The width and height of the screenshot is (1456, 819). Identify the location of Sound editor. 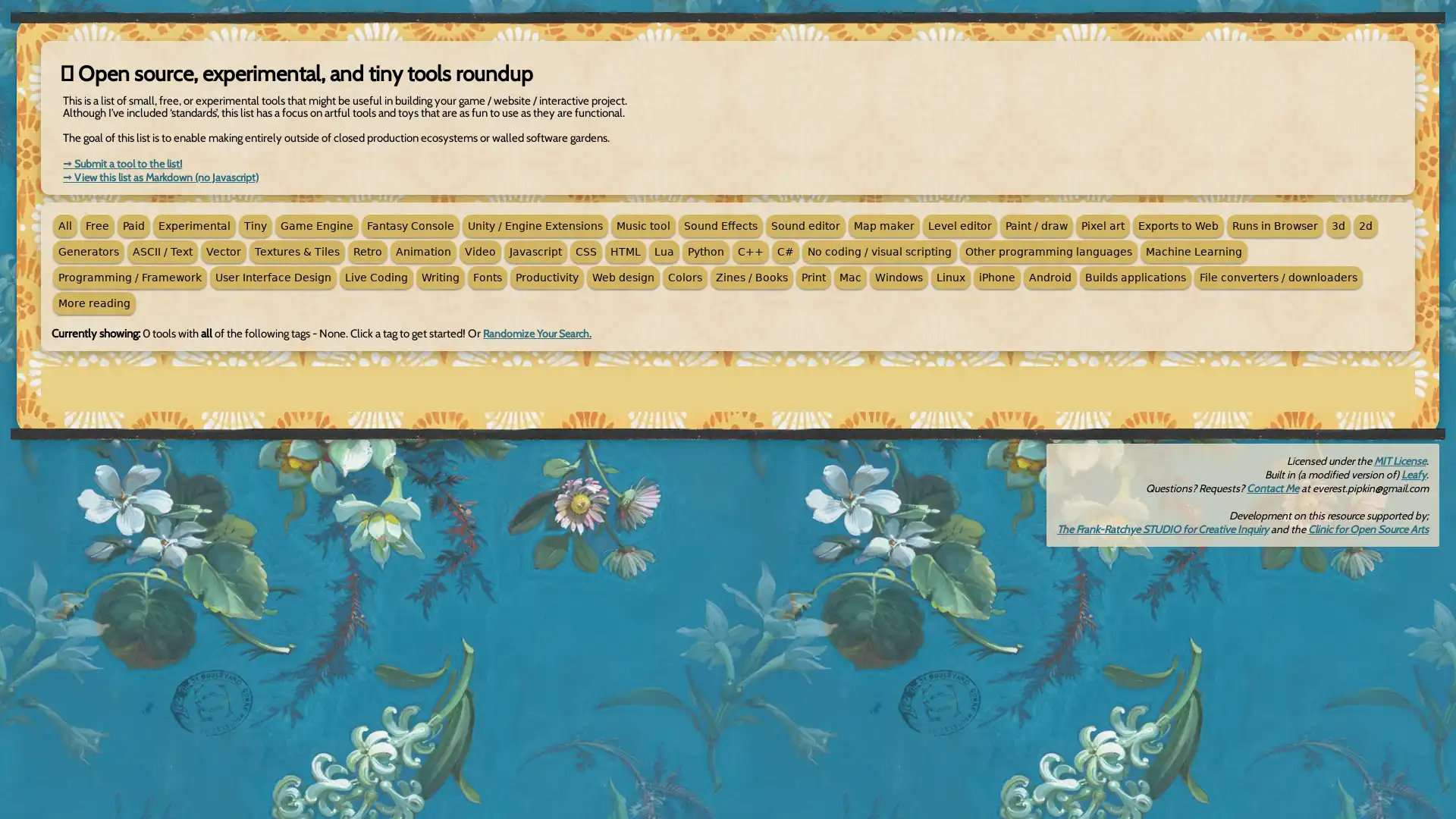
(805, 225).